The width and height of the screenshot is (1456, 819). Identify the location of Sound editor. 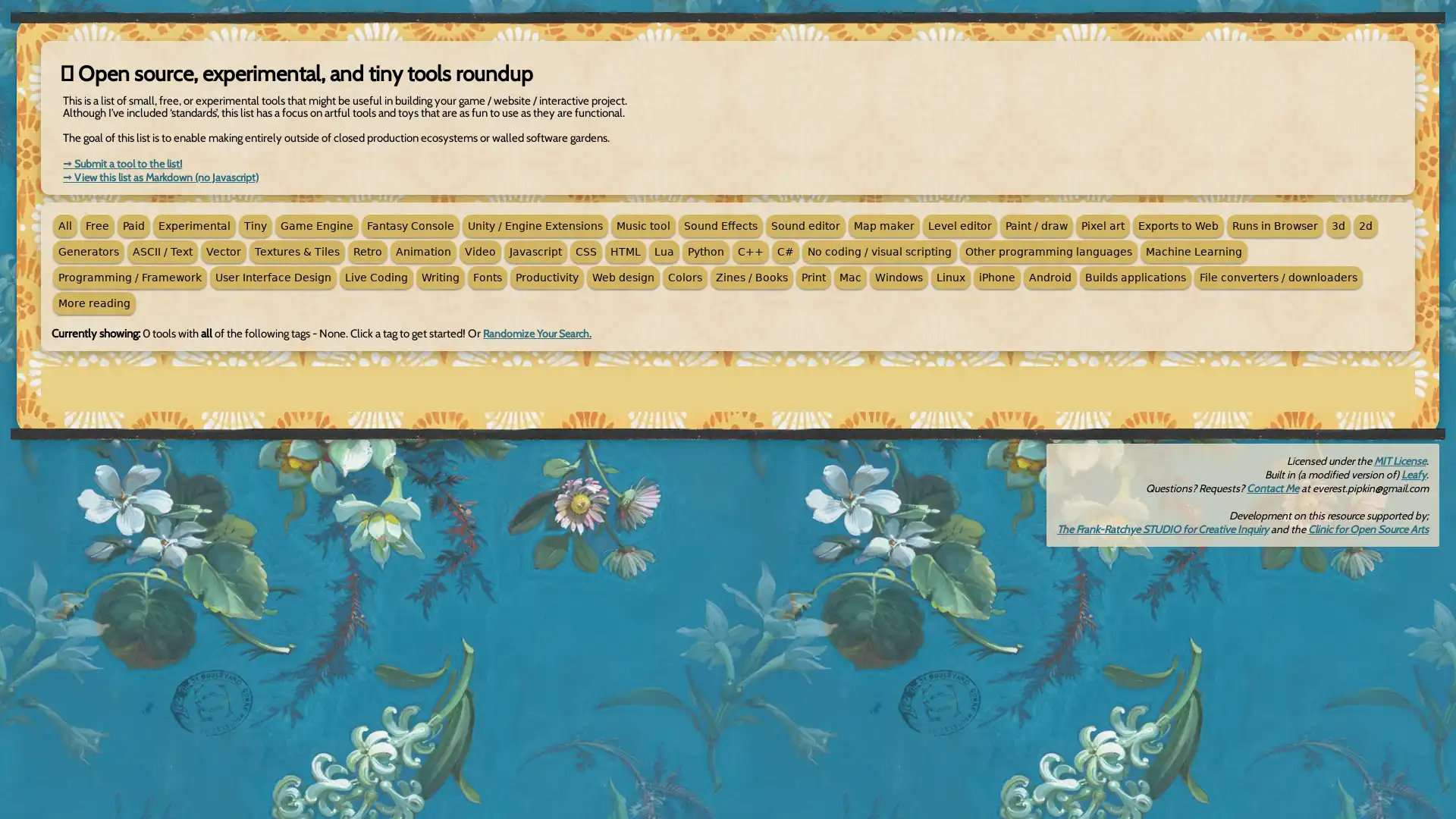
(805, 225).